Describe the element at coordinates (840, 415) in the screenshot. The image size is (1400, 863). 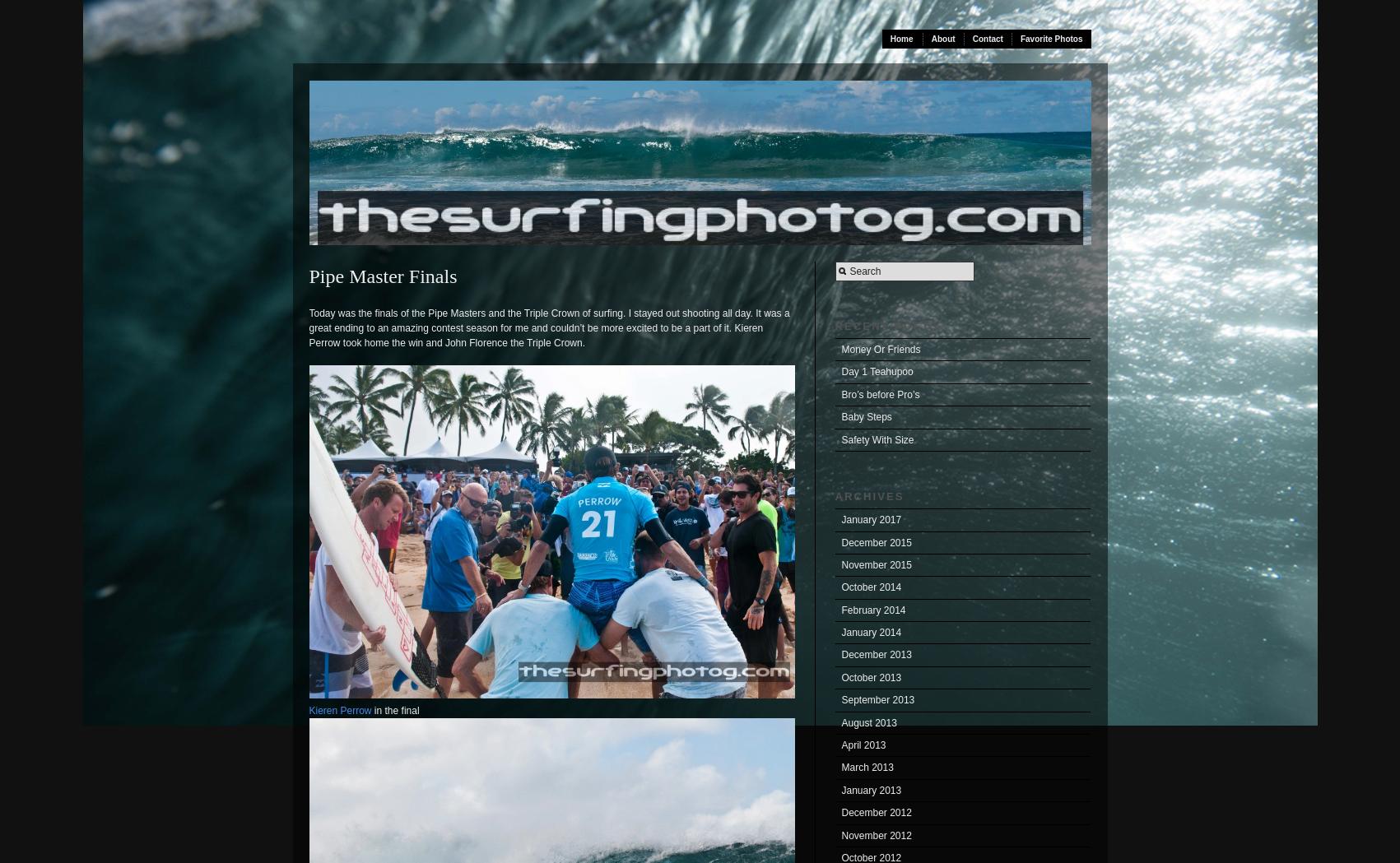
I see `'Baby Steps'` at that location.